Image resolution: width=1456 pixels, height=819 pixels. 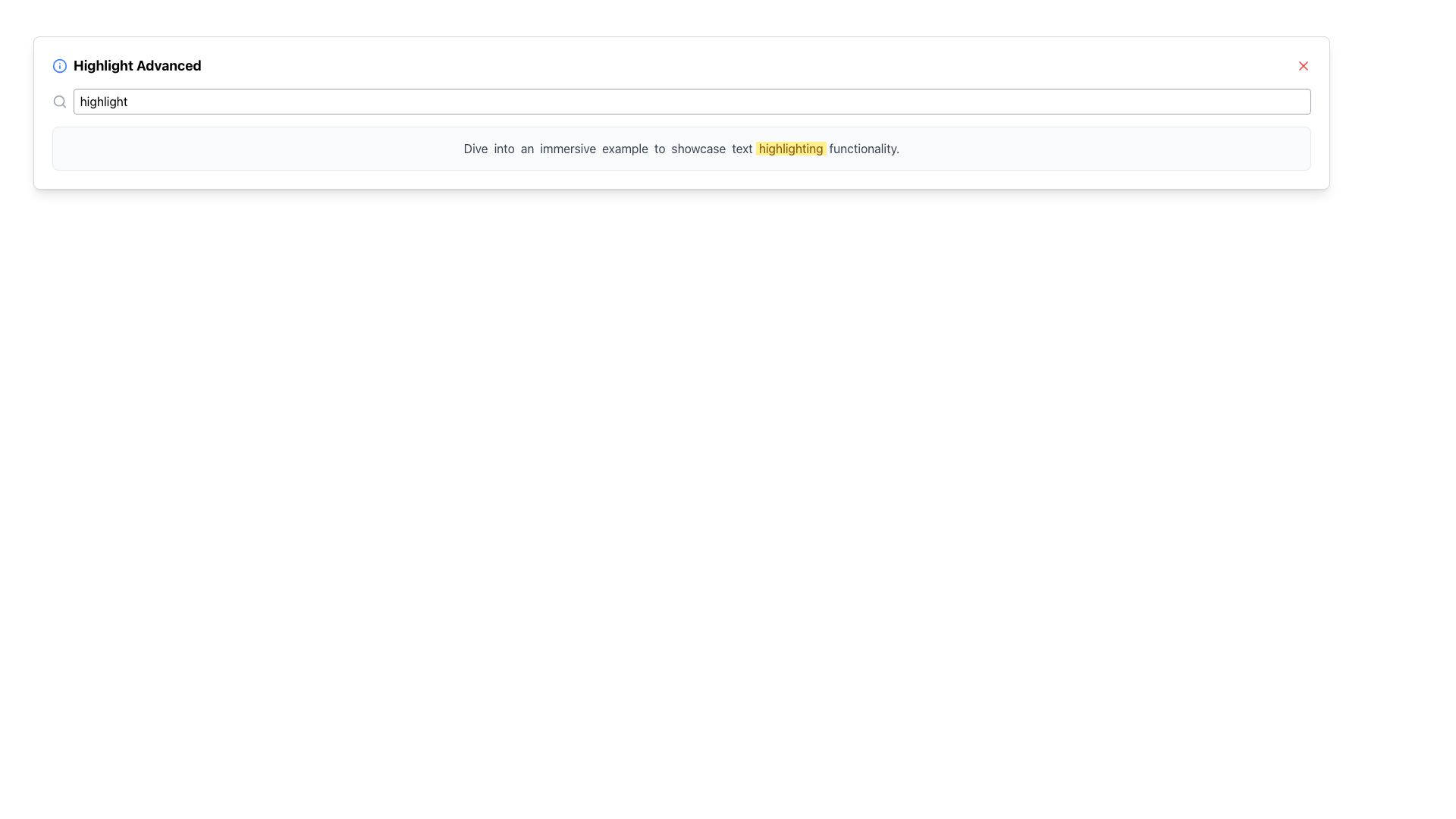 What do you see at coordinates (698, 149) in the screenshot?
I see `the text element displaying the word 'showcase', which is part of a sentence and located between the words 'to' and 'text'` at bounding box center [698, 149].